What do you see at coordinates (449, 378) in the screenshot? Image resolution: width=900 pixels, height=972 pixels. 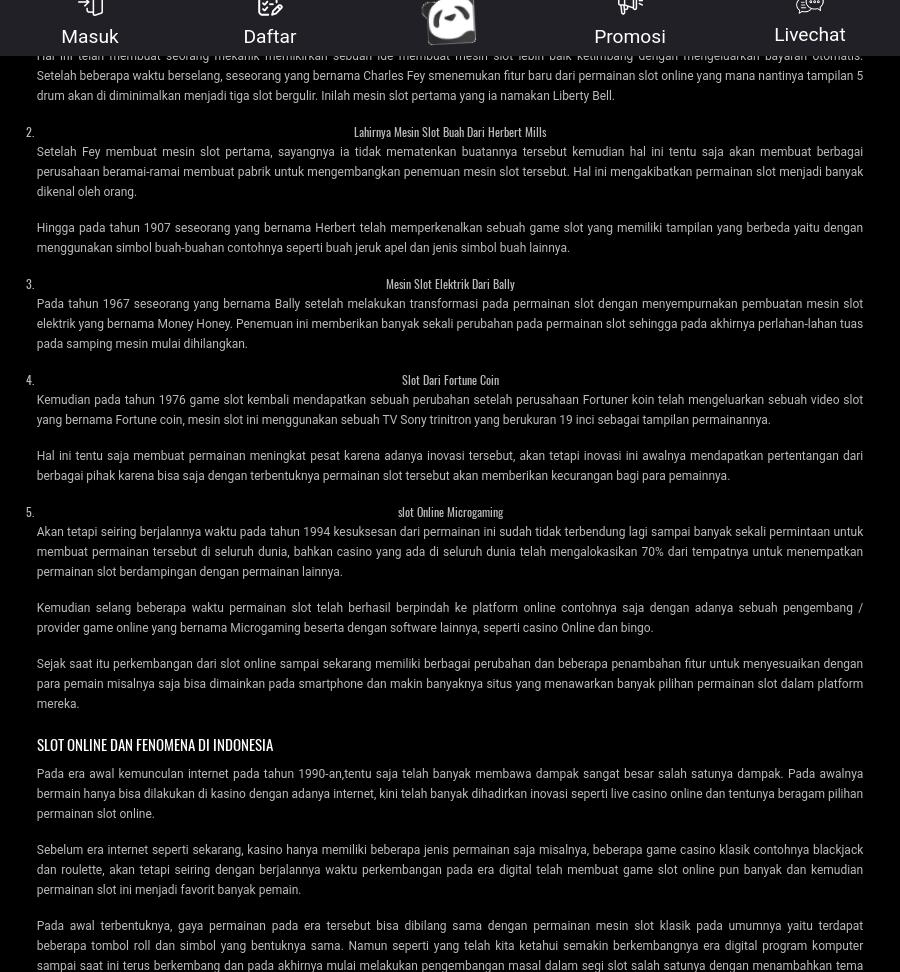 I see `'Slot Dari Fortune Coin'` at bounding box center [449, 378].